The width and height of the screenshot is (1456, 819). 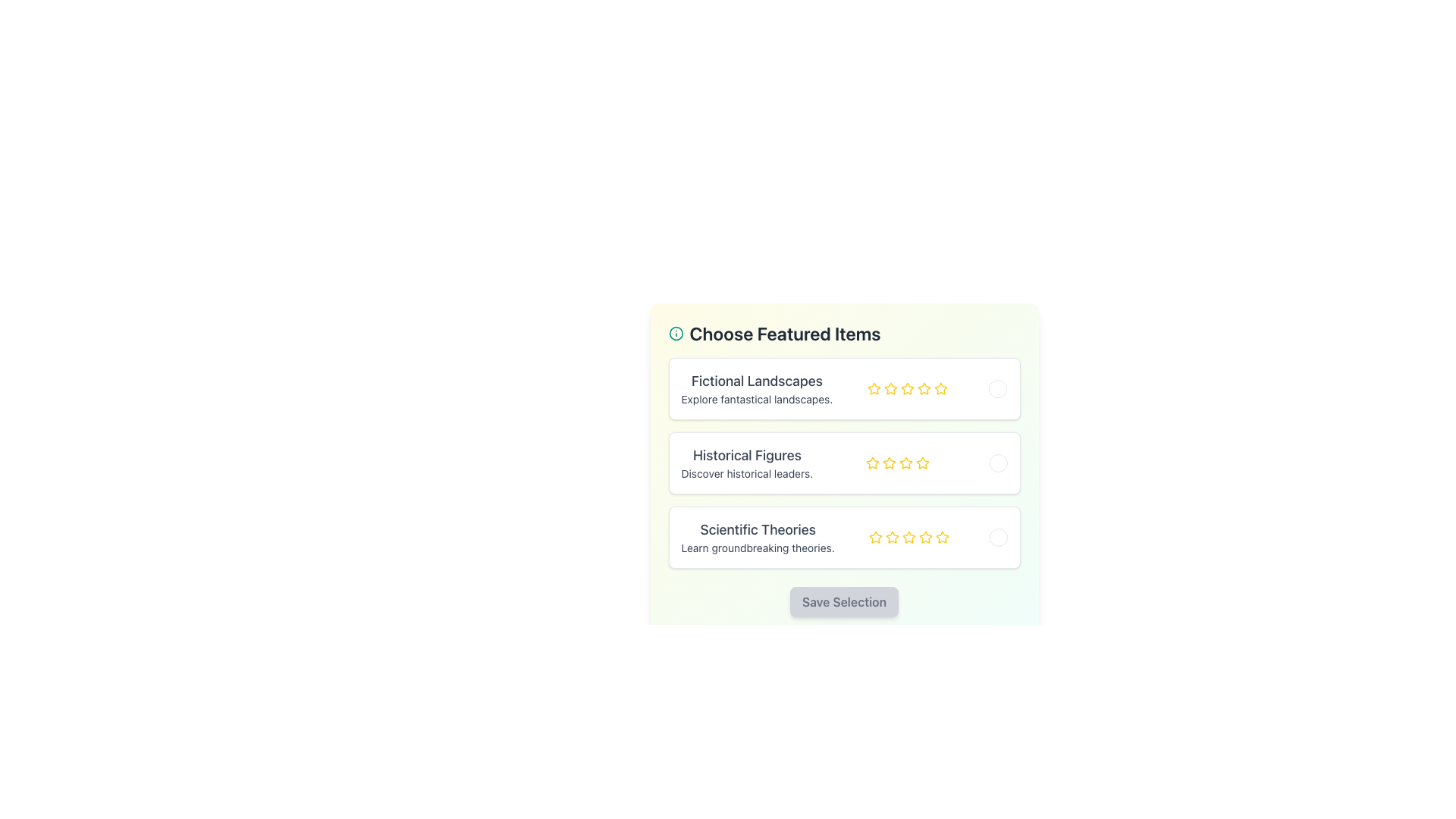 I want to click on the fifth star in the rating system next to 'Fictional Landscapes', so click(x=940, y=388).